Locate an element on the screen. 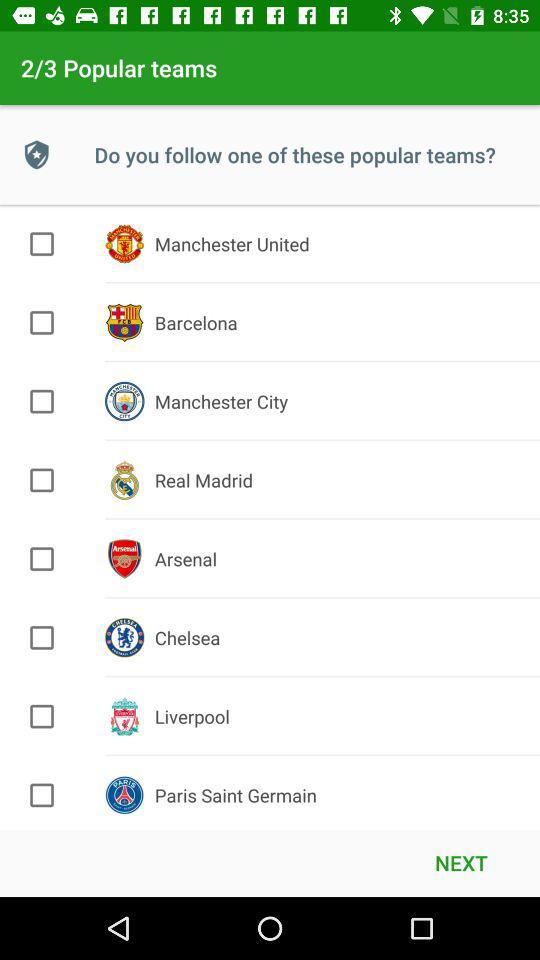  the next item is located at coordinates (461, 861).